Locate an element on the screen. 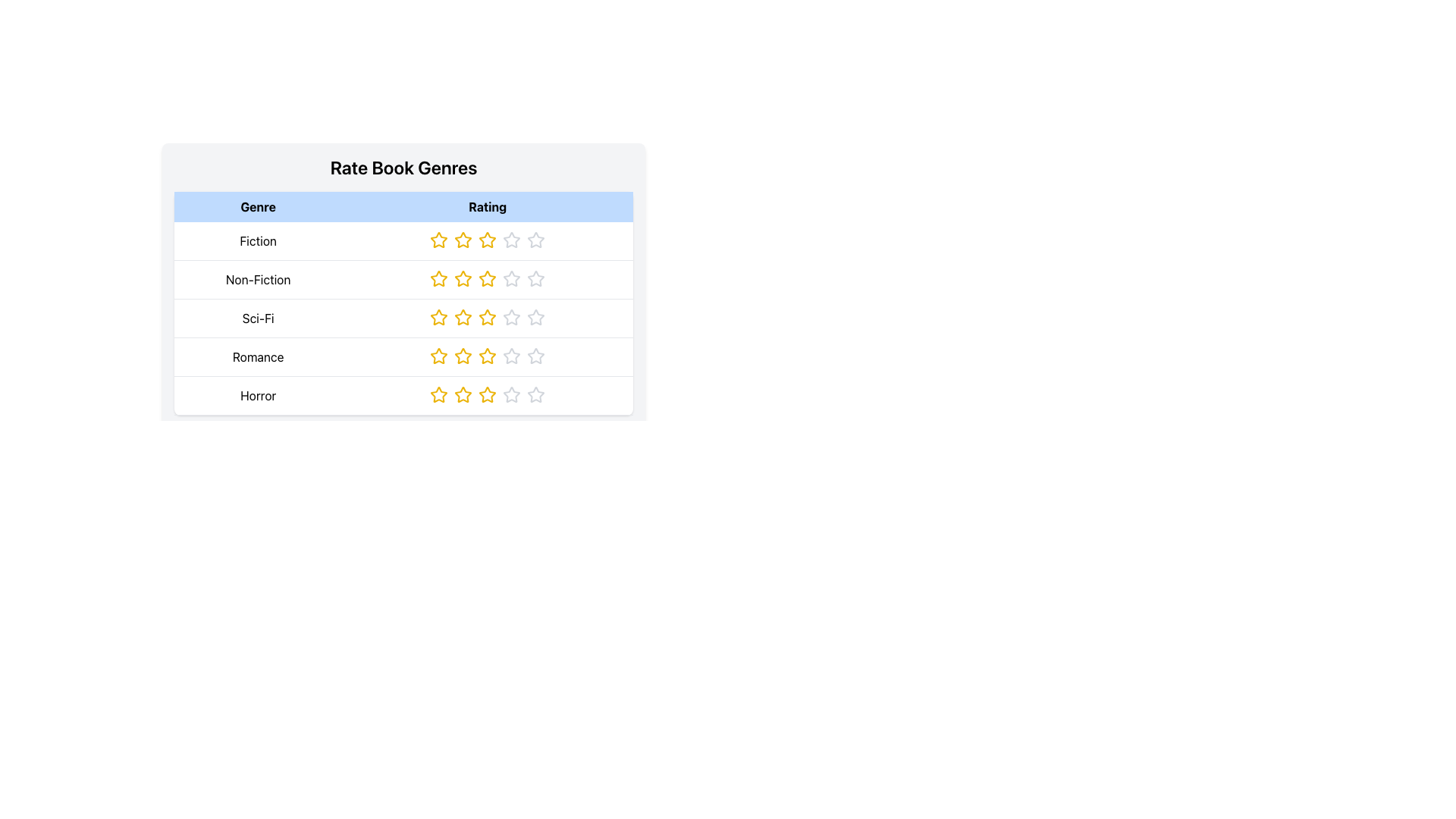 The width and height of the screenshot is (1456, 819). the header Text Label for the Genre column, which is located at the far left of the 'GenreRating' header row is located at coordinates (258, 207).